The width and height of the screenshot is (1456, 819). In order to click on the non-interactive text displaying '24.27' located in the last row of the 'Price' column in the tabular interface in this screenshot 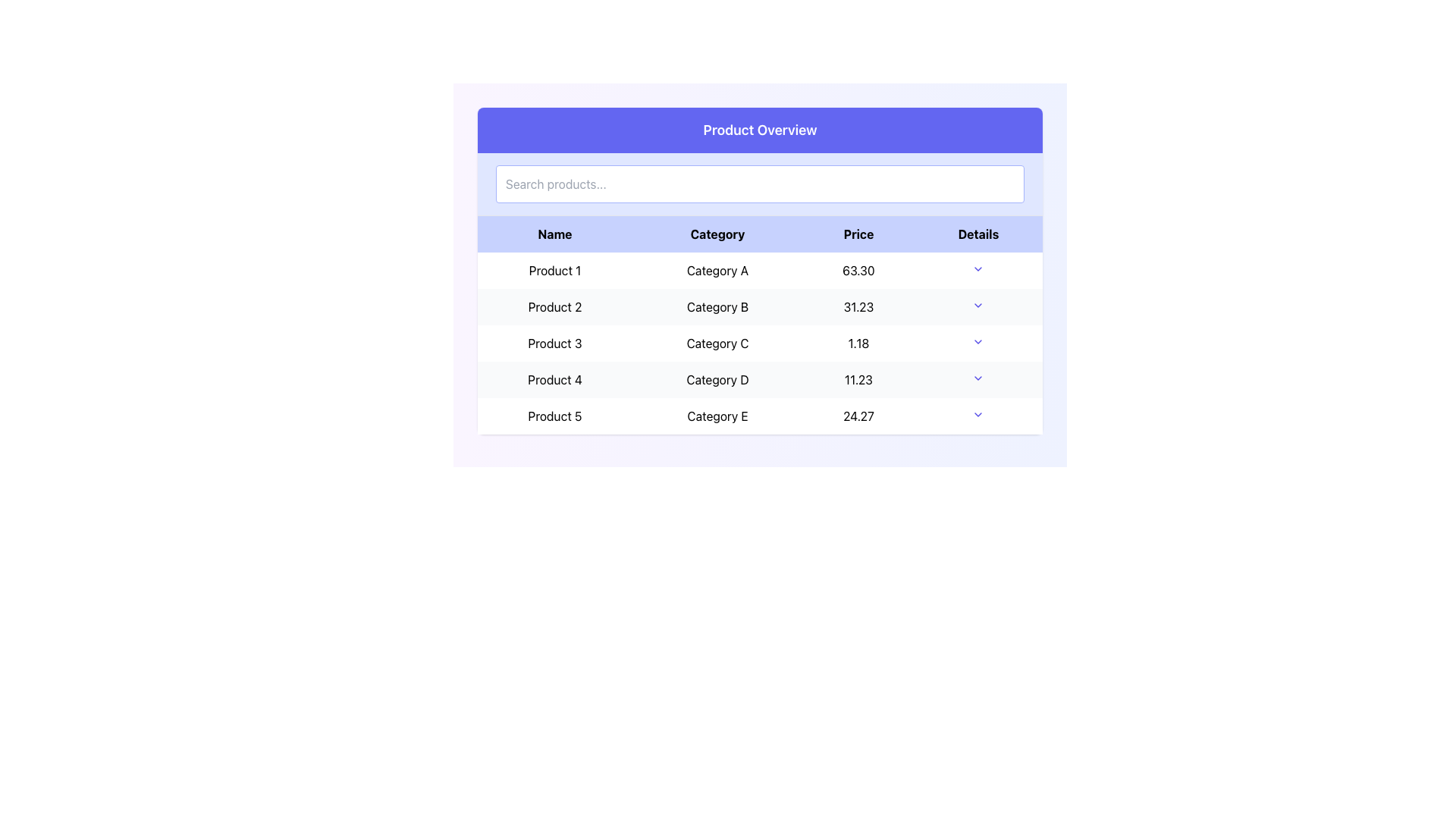, I will do `click(858, 416)`.